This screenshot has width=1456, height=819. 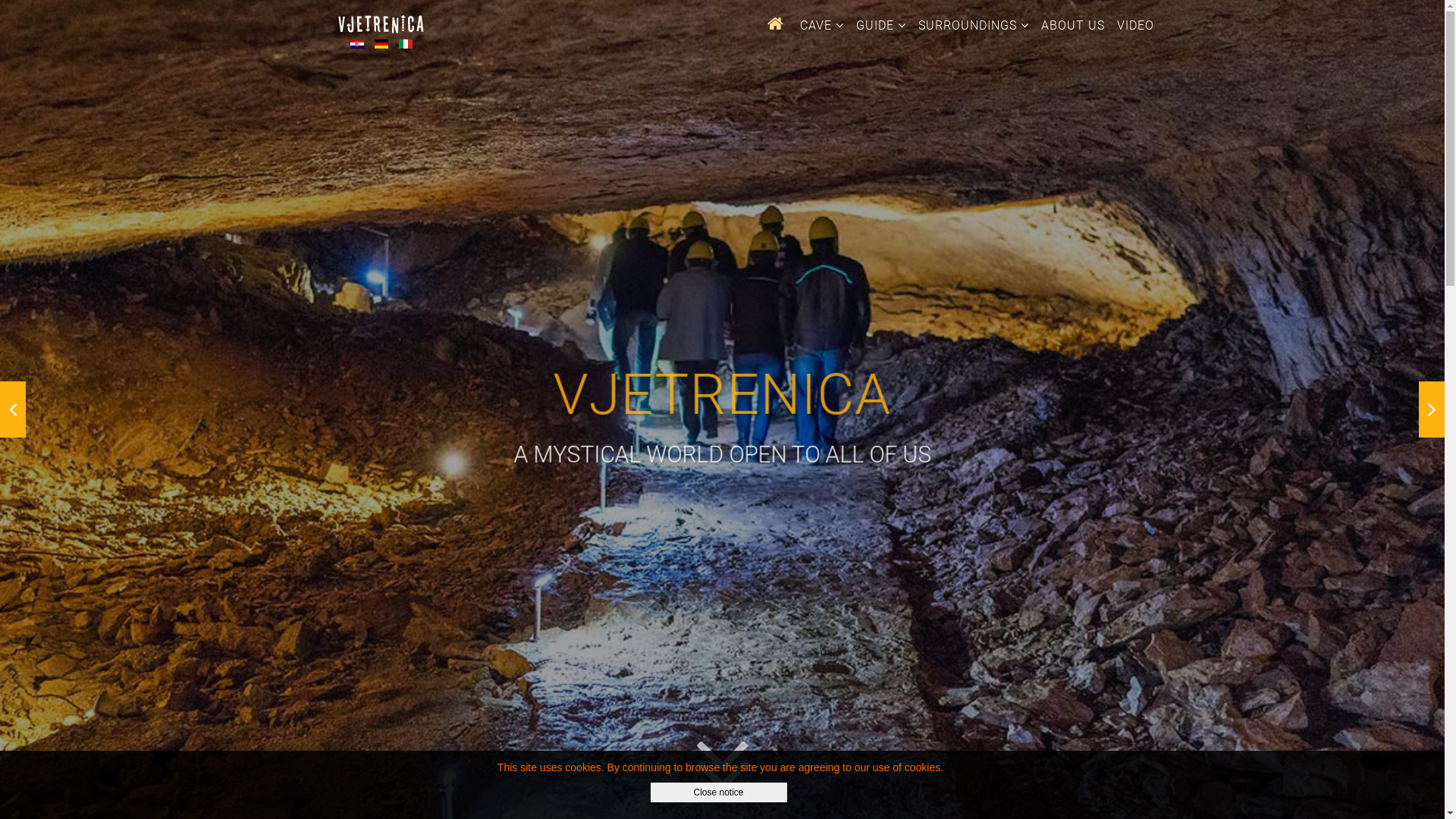 I want to click on 'Deutsch', so click(x=381, y=42).